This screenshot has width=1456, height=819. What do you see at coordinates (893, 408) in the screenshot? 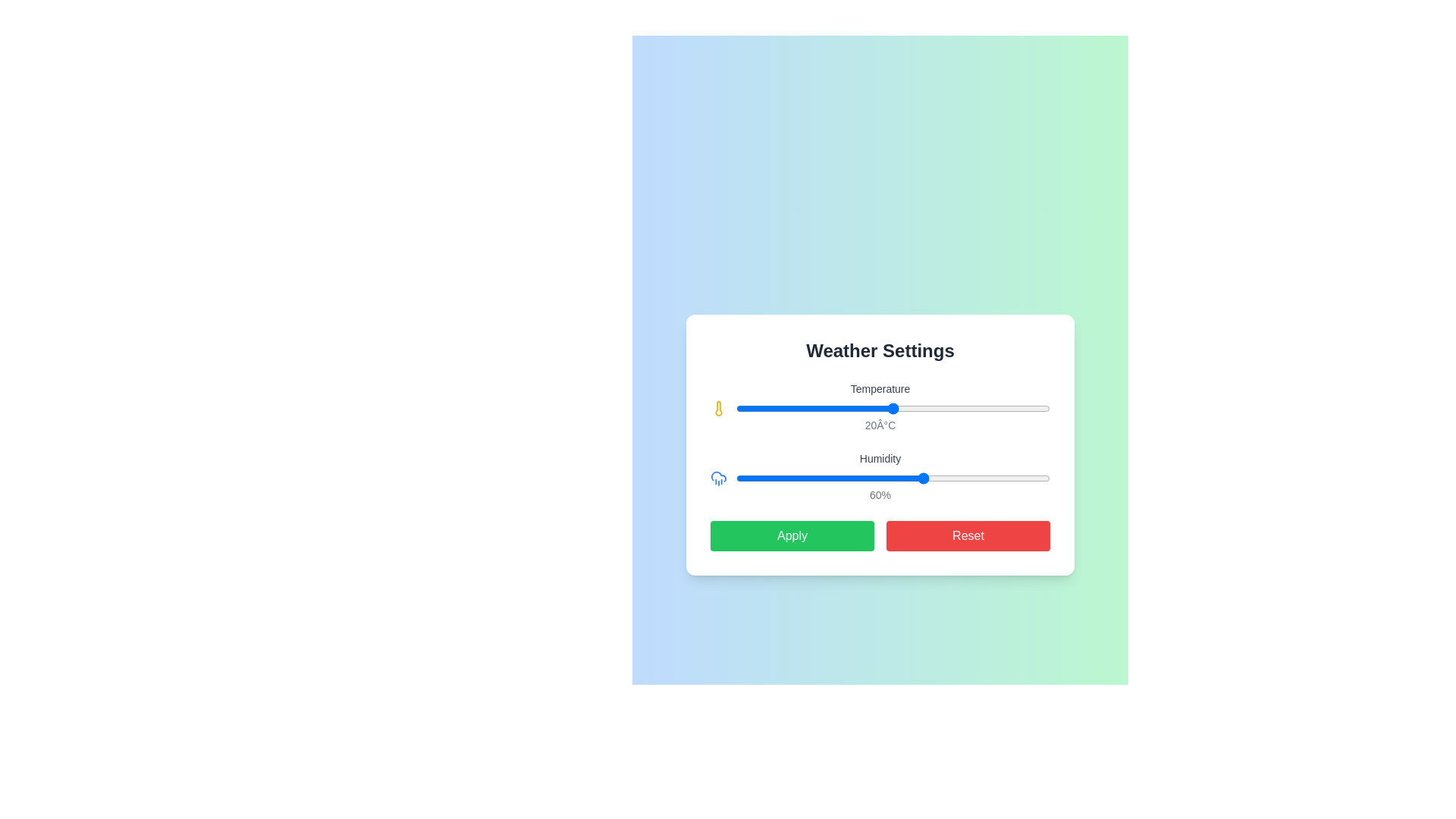
I see `the handle of the temperature slider input, which adjusts the temperature setting from 0` at bounding box center [893, 408].